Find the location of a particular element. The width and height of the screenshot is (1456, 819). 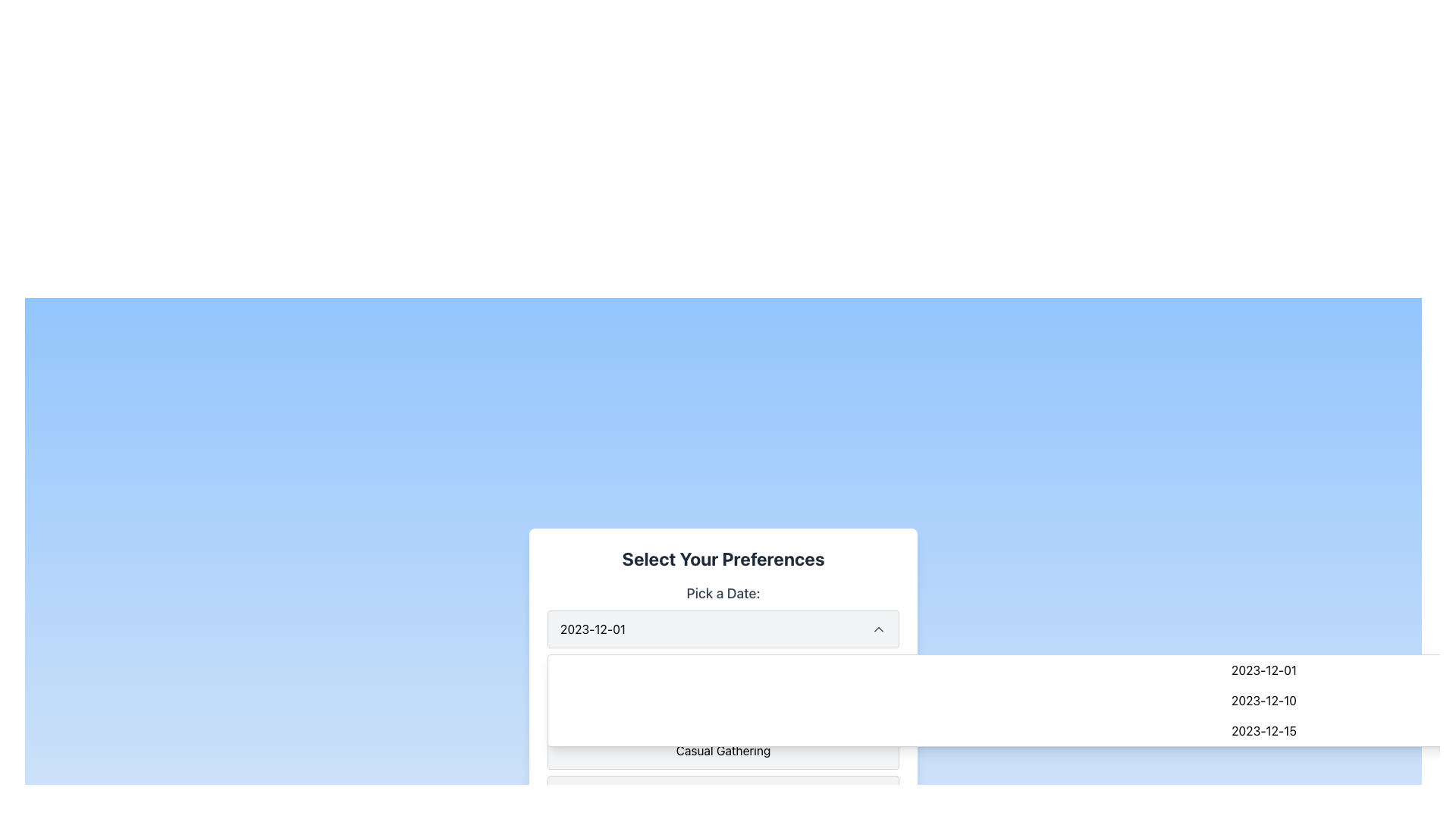

the dropdown menu labeled '2023-12-01' is located at coordinates (723, 629).